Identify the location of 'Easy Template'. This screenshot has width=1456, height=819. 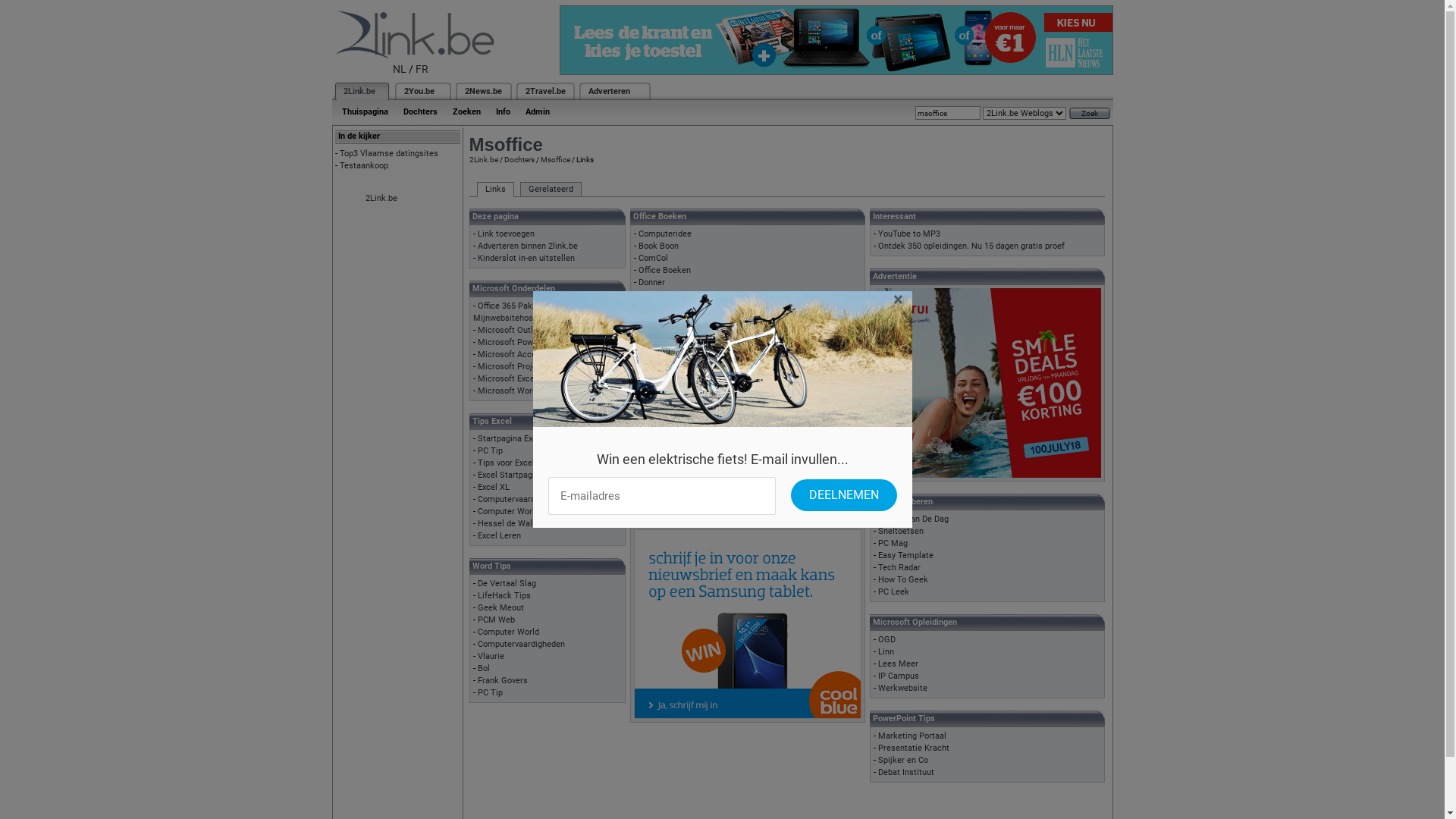
(905, 555).